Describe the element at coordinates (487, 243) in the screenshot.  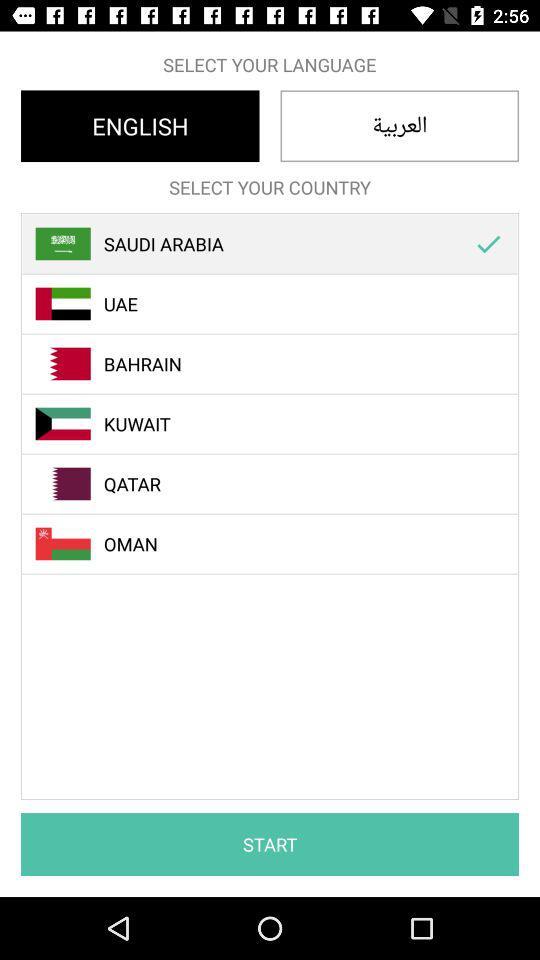
I see `the icon to the right of the saudi arabia icon` at that location.